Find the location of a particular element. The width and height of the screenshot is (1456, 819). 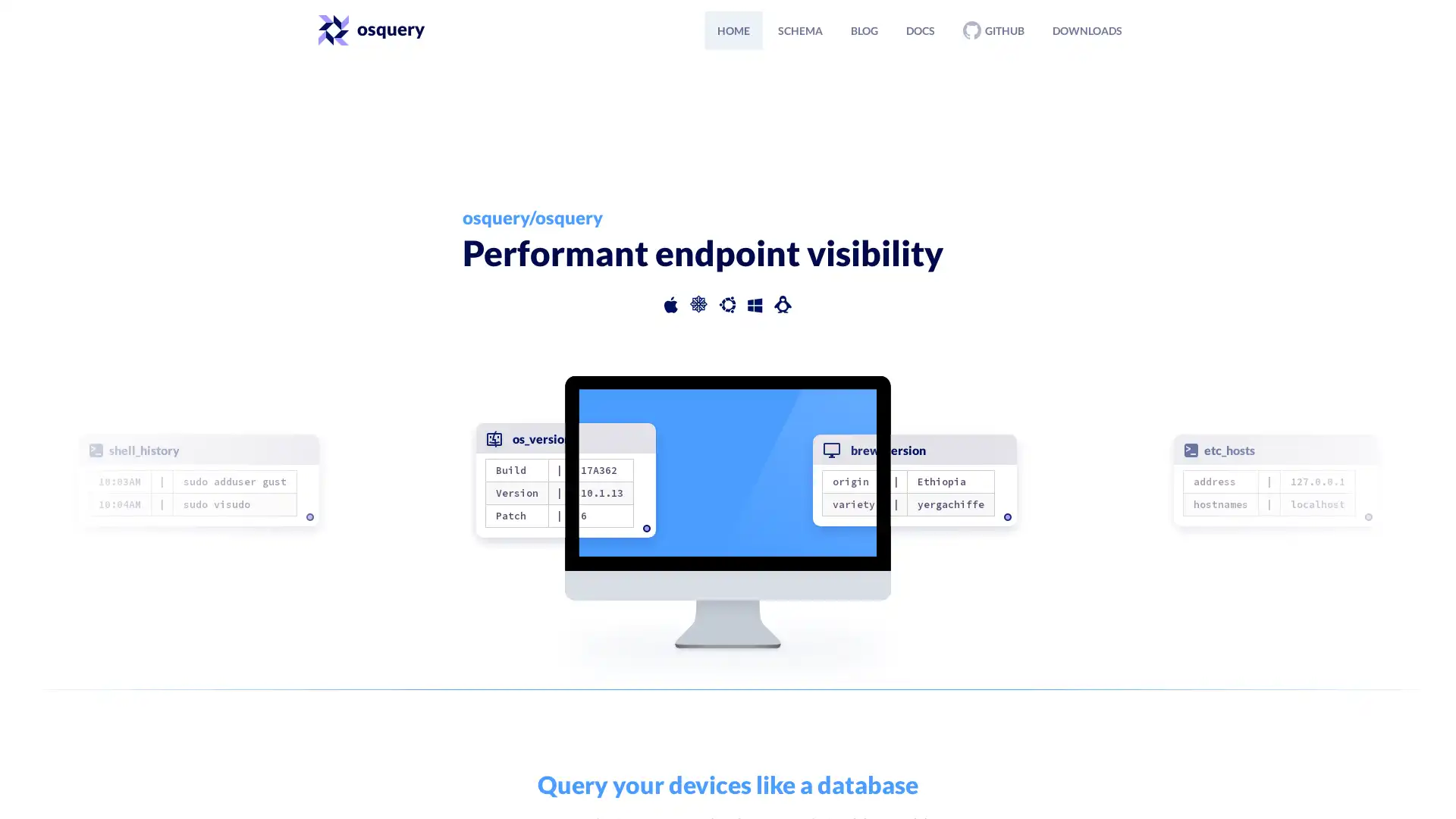

DOWNLOADS is located at coordinates (1087, 30).